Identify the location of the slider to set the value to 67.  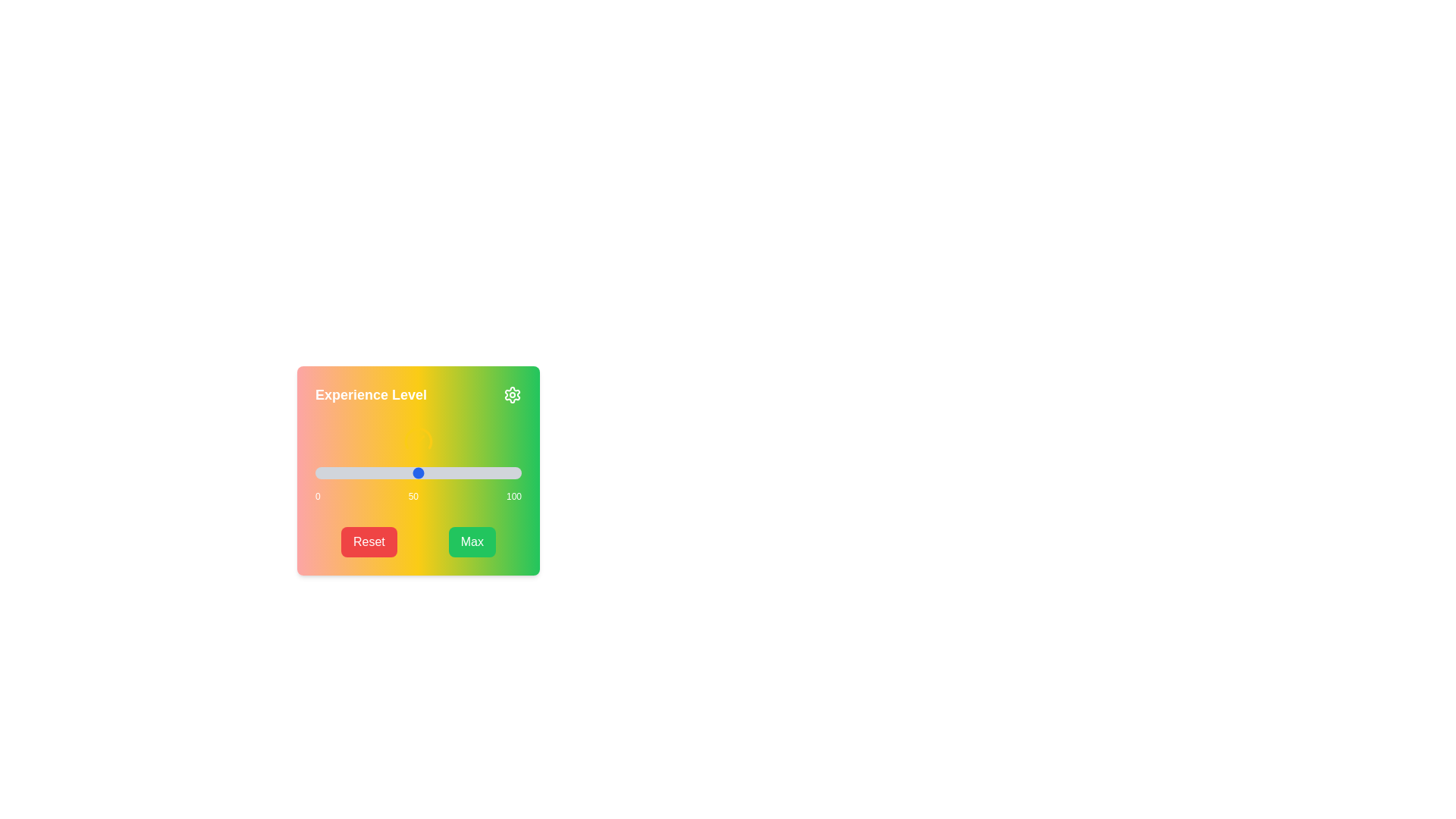
(453, 472).